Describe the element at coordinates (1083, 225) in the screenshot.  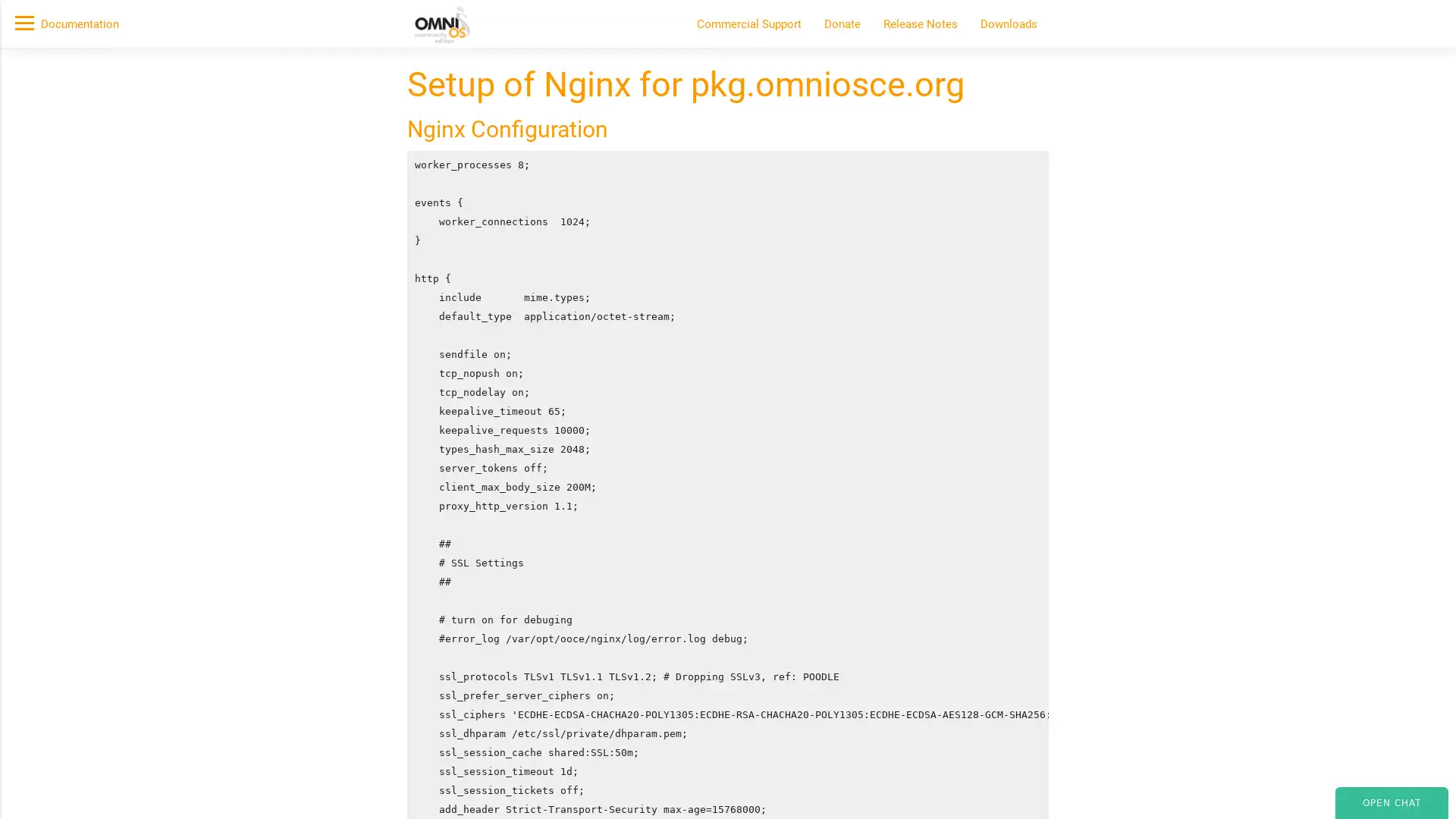
I see `CLOSE` at that location.